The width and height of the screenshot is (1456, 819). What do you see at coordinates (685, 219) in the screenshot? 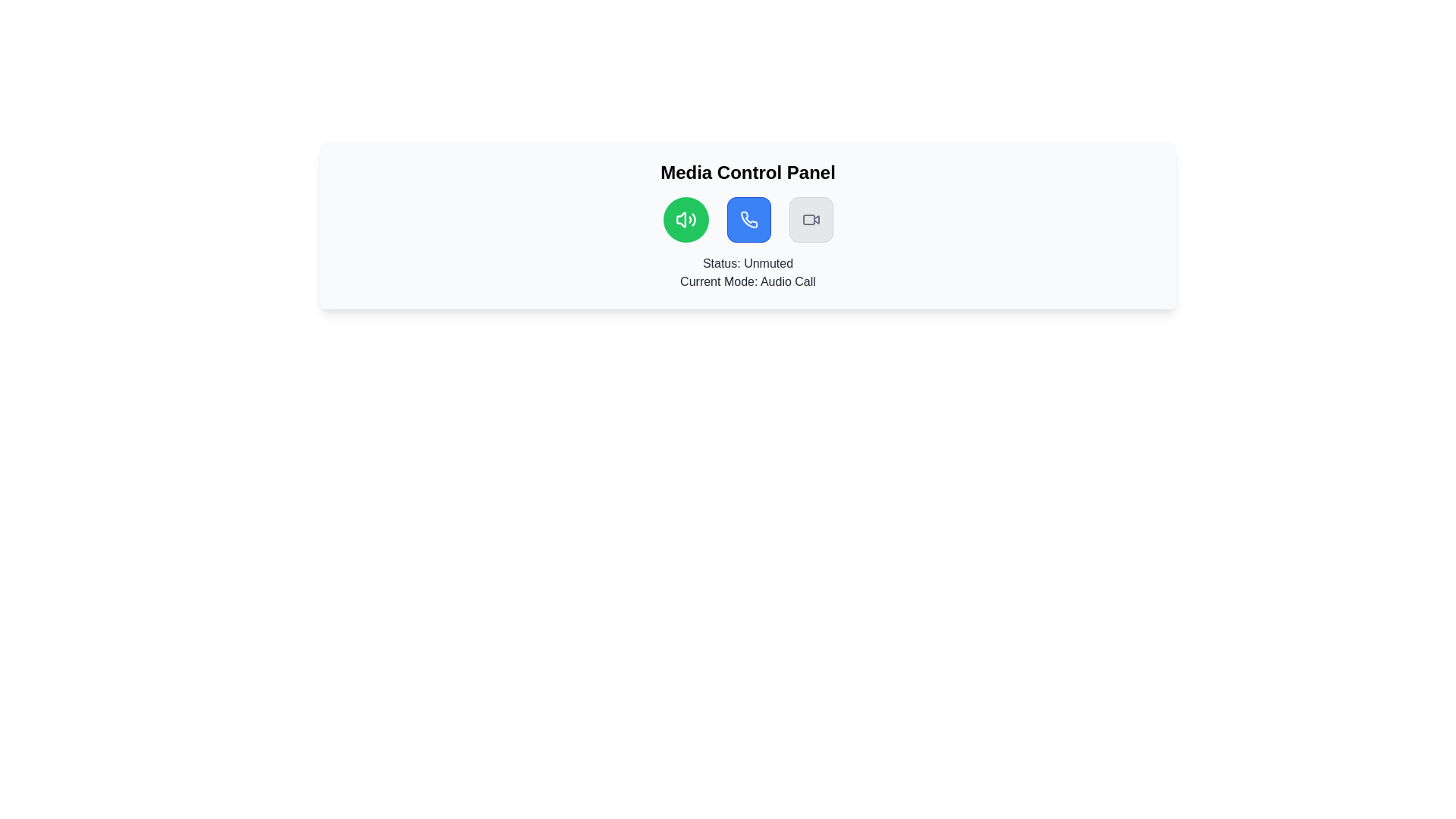
I see `the speaker icon button with a green circular background in the media control panel` at bounding box center [685, 219].